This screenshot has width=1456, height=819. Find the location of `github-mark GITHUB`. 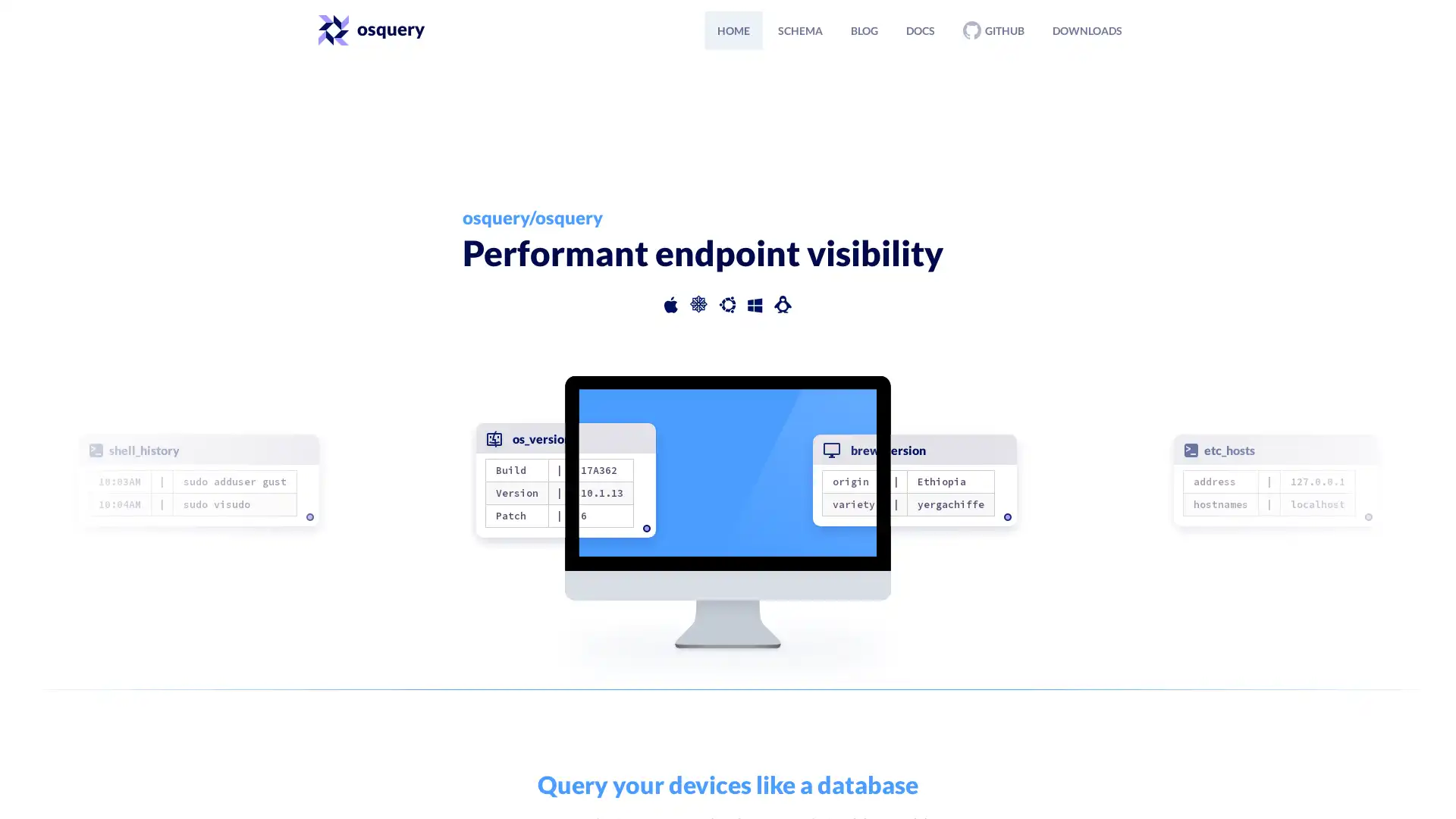

github-mark GITHUB is located at coordinates (993, 30).